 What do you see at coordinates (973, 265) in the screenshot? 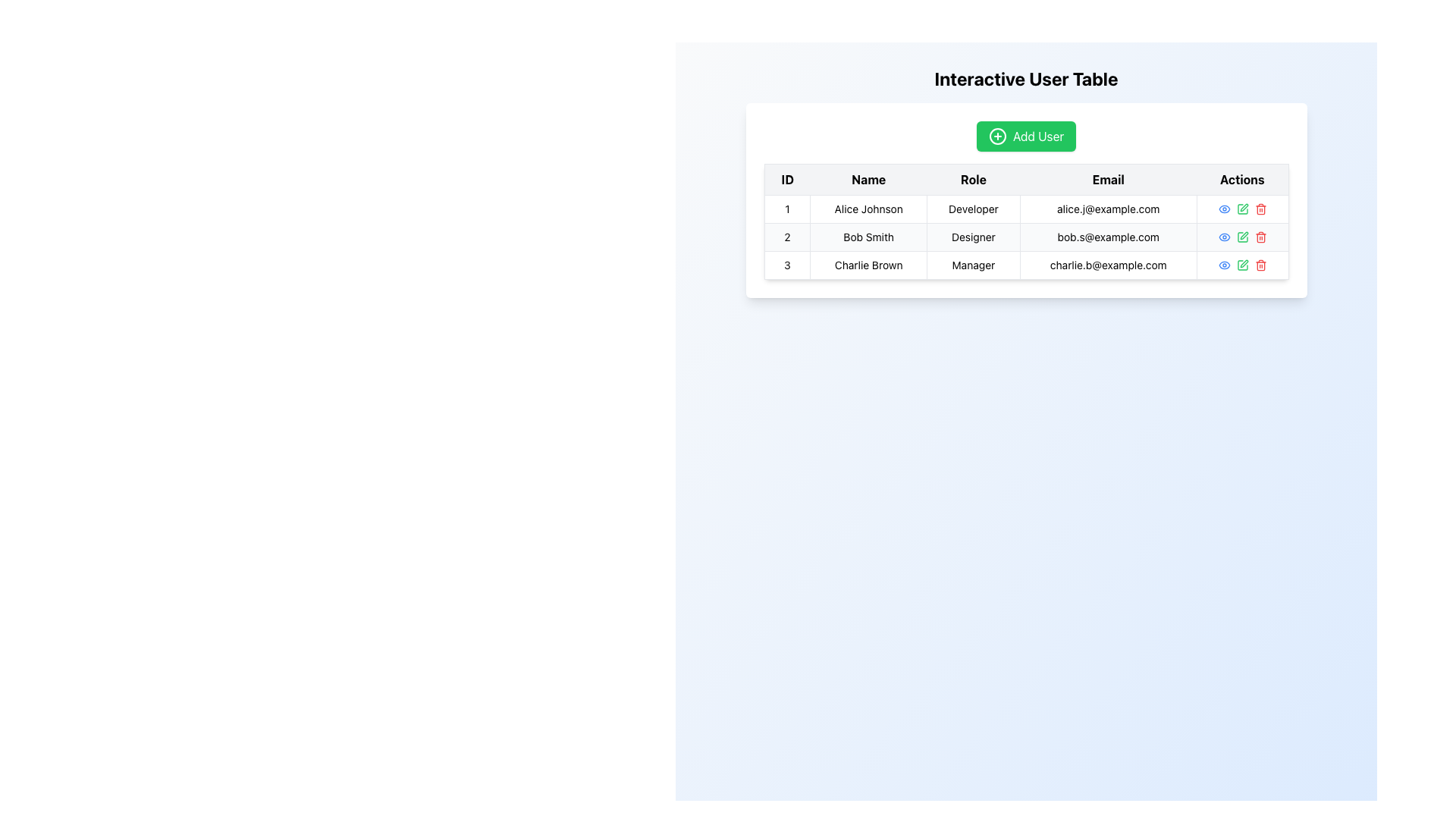
I see `text label displaying 'Manager' in plain black font, which is located in the 'Role' column of the 'Interactive User Table' for user 'Charlie Brown'` at bounding box center [973, 265].